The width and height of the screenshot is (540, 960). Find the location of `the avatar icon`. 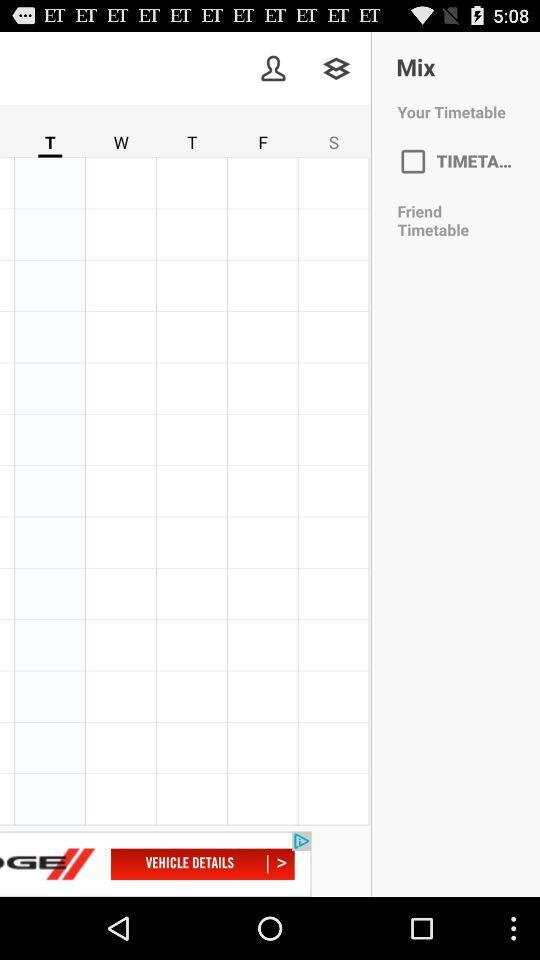

the avatar icon is located at coordinates (272, 73).